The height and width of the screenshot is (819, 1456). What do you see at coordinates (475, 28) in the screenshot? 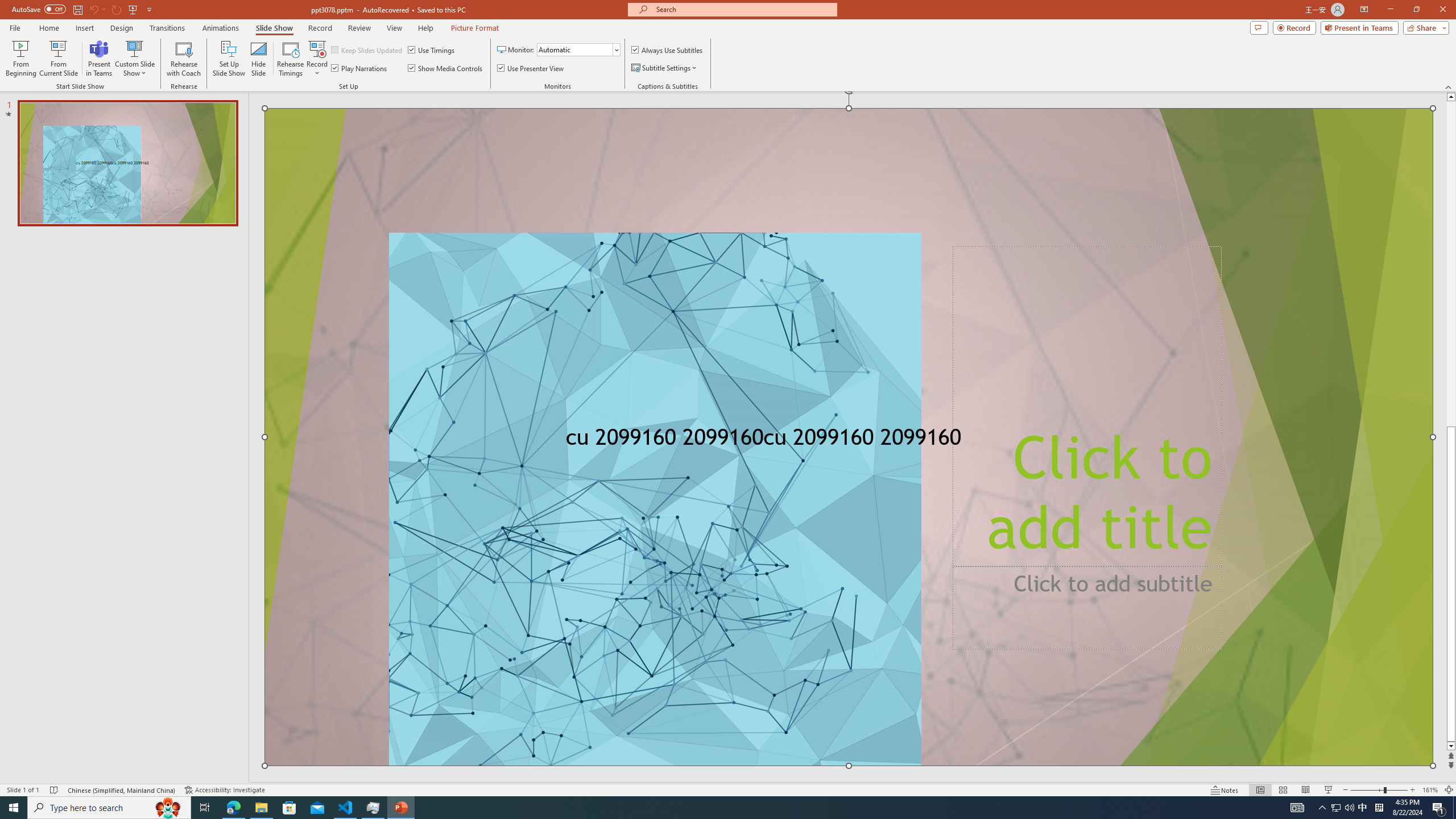
I see `'Picture Format'` at bounding box center [475, 28].